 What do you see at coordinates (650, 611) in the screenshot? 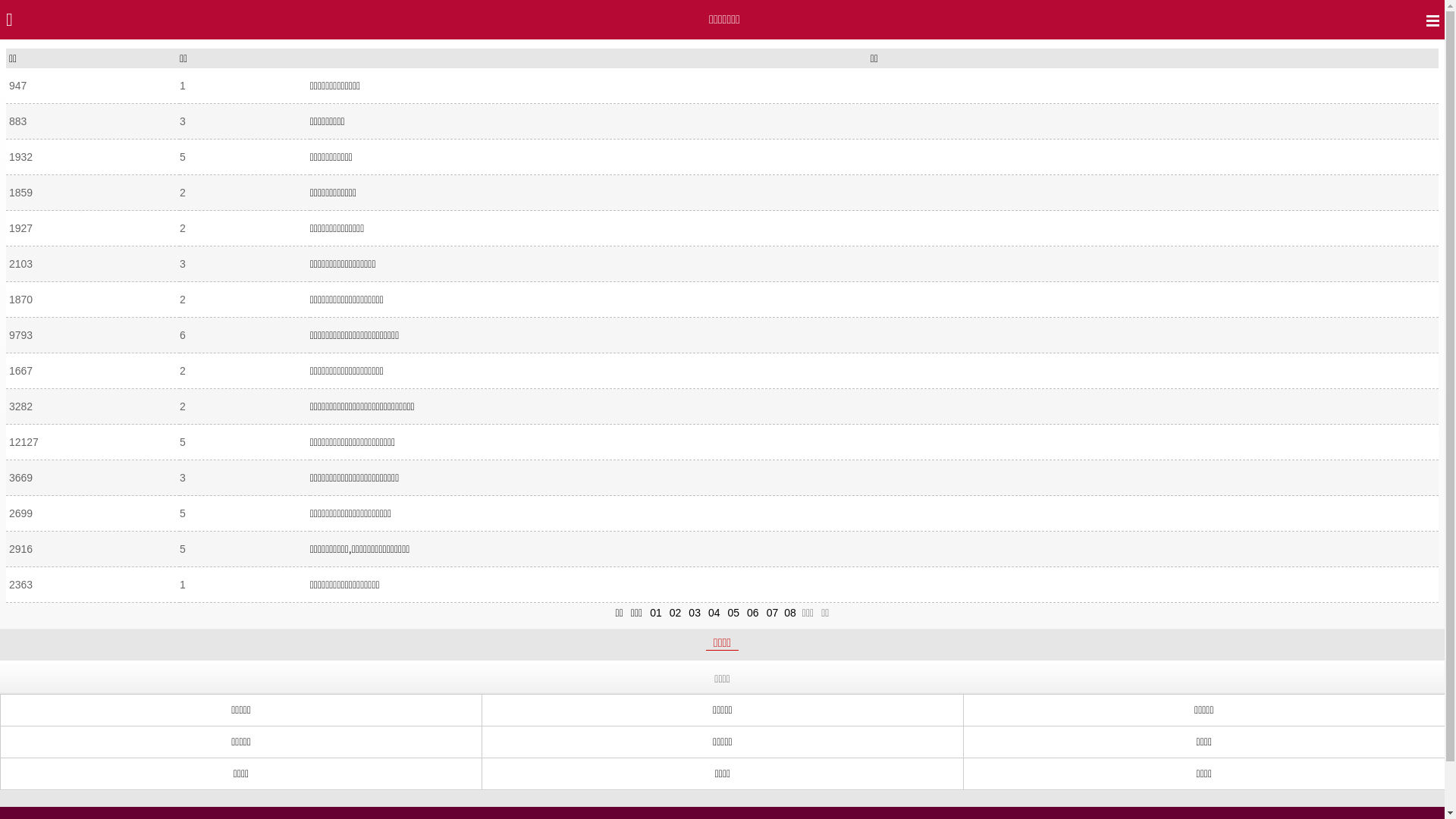
I see `'01'` at bounding box center [650, 611].